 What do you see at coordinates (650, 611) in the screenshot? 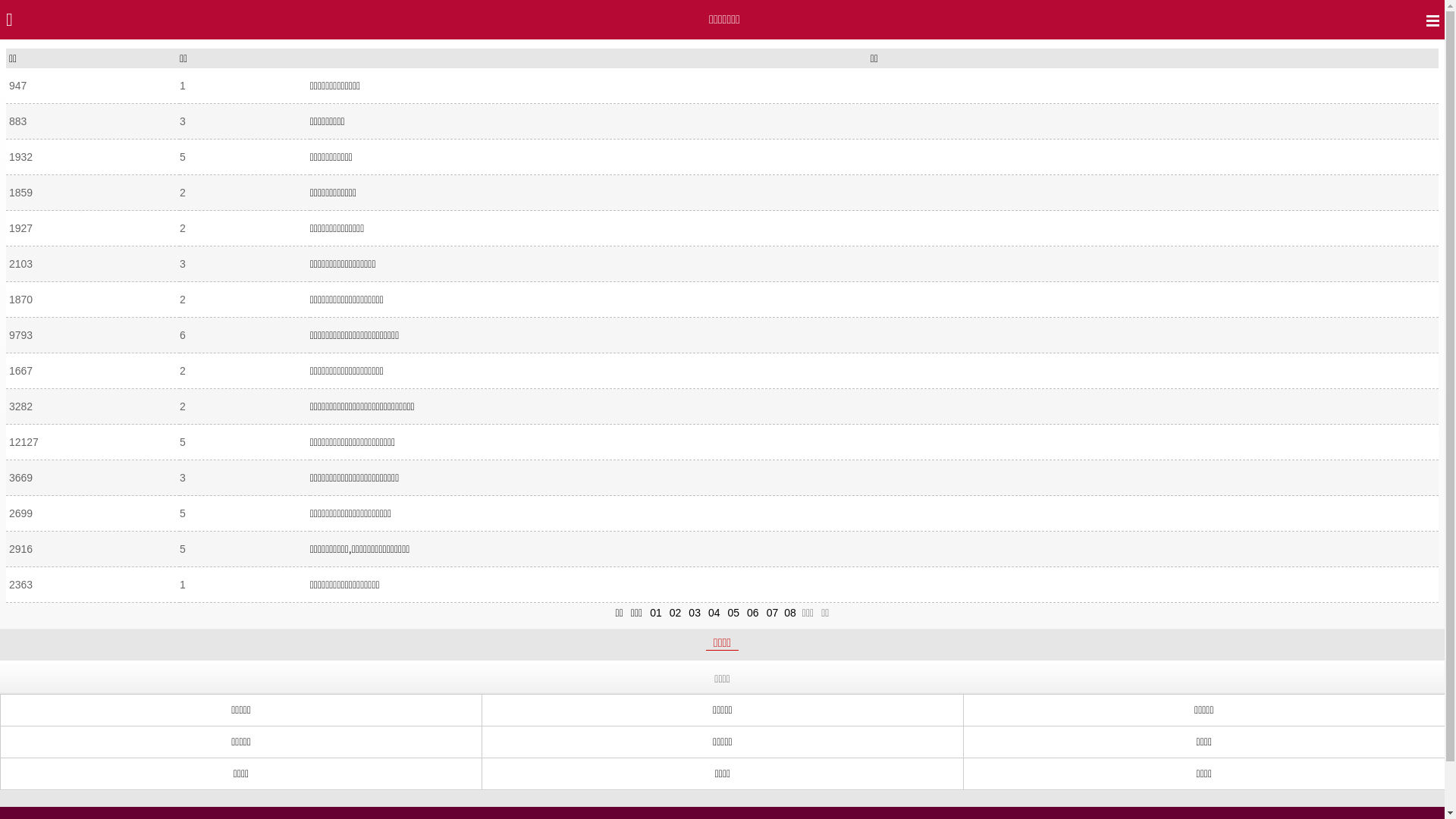
I see `'01'` at bounding box center [650, 611].